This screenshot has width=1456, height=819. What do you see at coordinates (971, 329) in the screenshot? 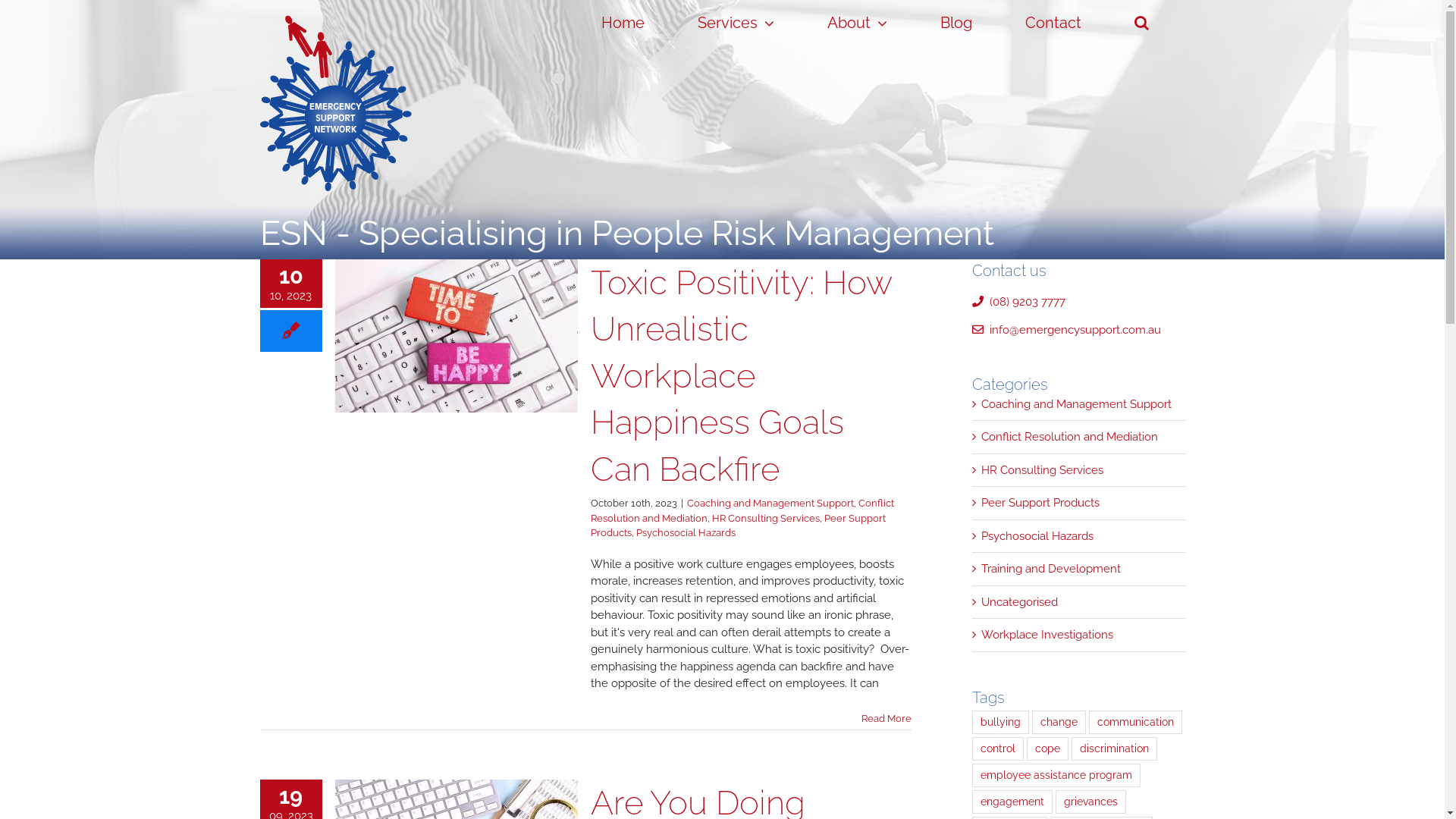
I see `'  info@emergencysupport.com.au'` at bounding box center [971, 329].